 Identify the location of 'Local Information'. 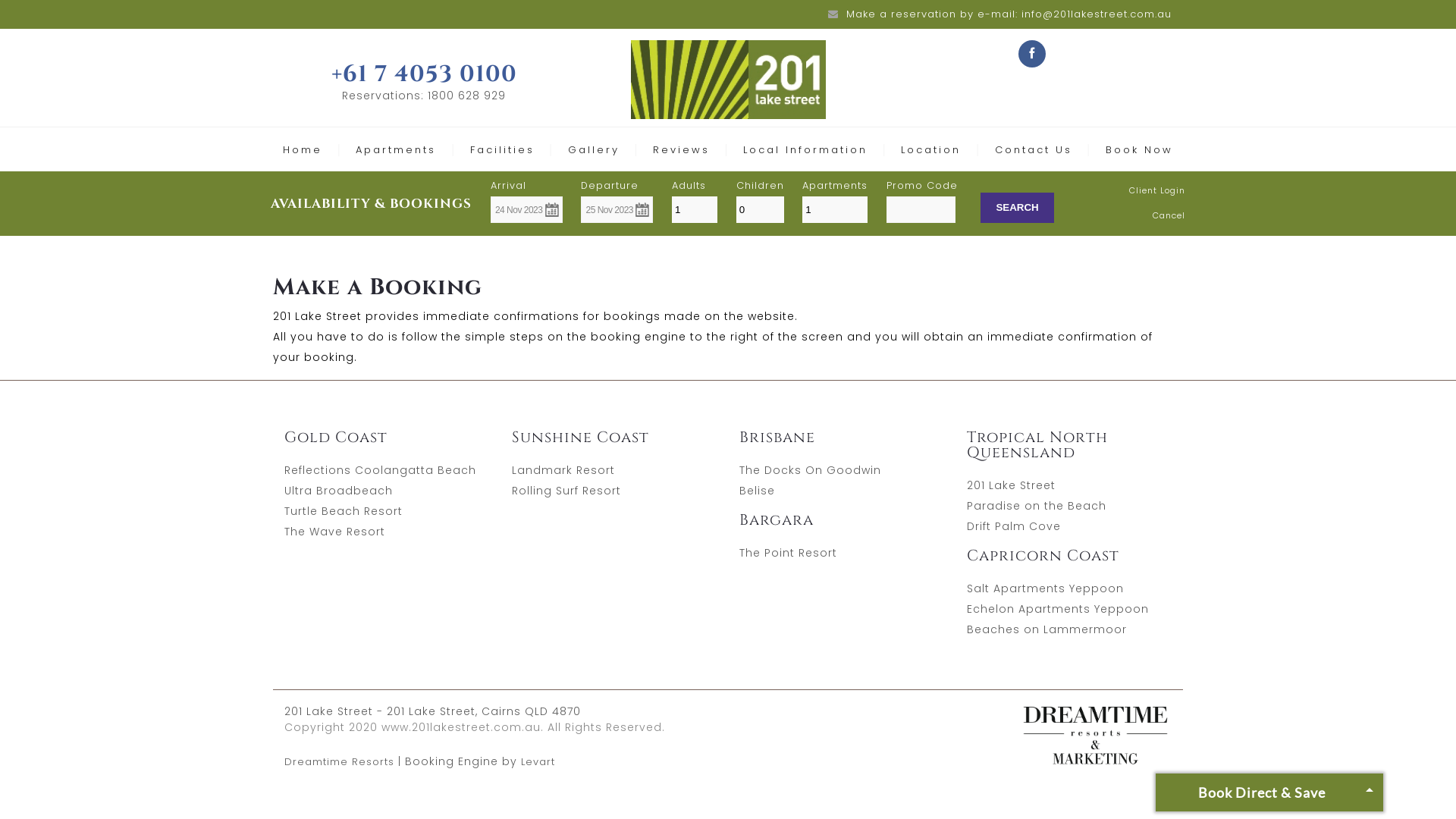
(804, 149).